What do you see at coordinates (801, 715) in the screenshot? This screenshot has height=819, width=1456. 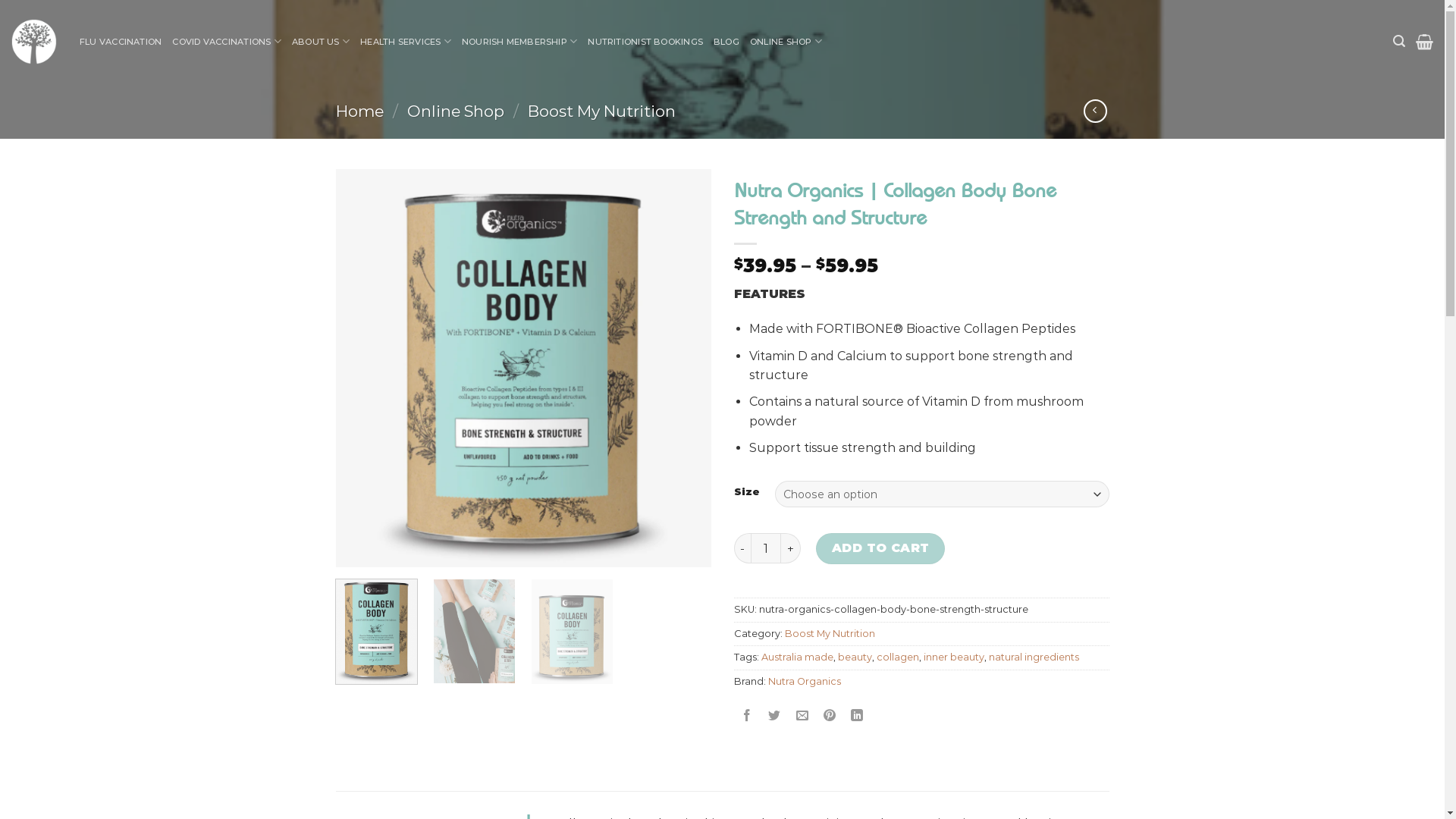 I see `'Email to a Friend'` at bounding box center [801, 715].